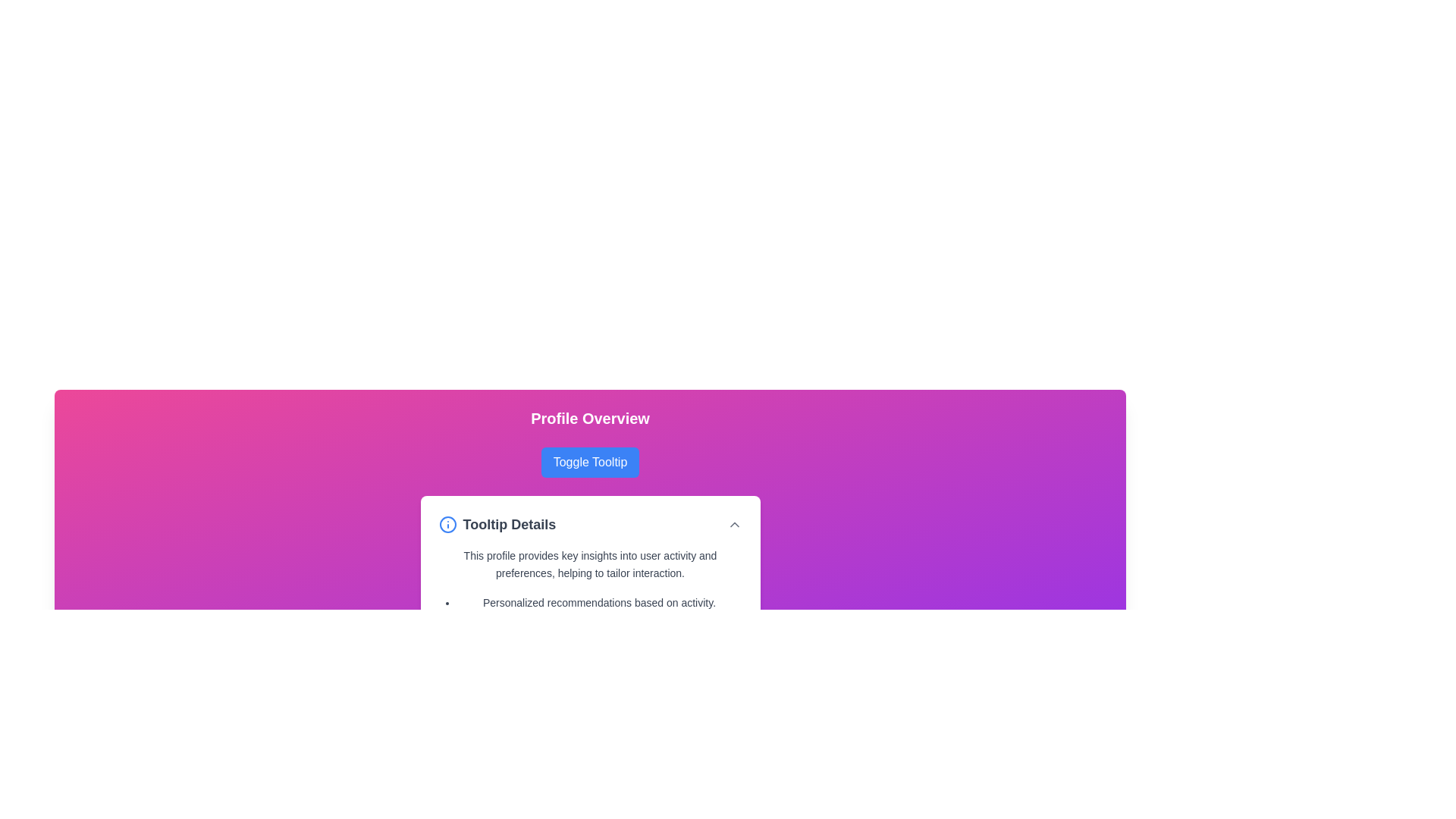 The width and height of the screenshot is (1456, 819). What do you see at coordinates (589, 579) in the screenshot?
I see `contents of the Informational Tooltip that appears centrally beneath the 'Toggle Tooltip' button` at bounding box center [589, 579].